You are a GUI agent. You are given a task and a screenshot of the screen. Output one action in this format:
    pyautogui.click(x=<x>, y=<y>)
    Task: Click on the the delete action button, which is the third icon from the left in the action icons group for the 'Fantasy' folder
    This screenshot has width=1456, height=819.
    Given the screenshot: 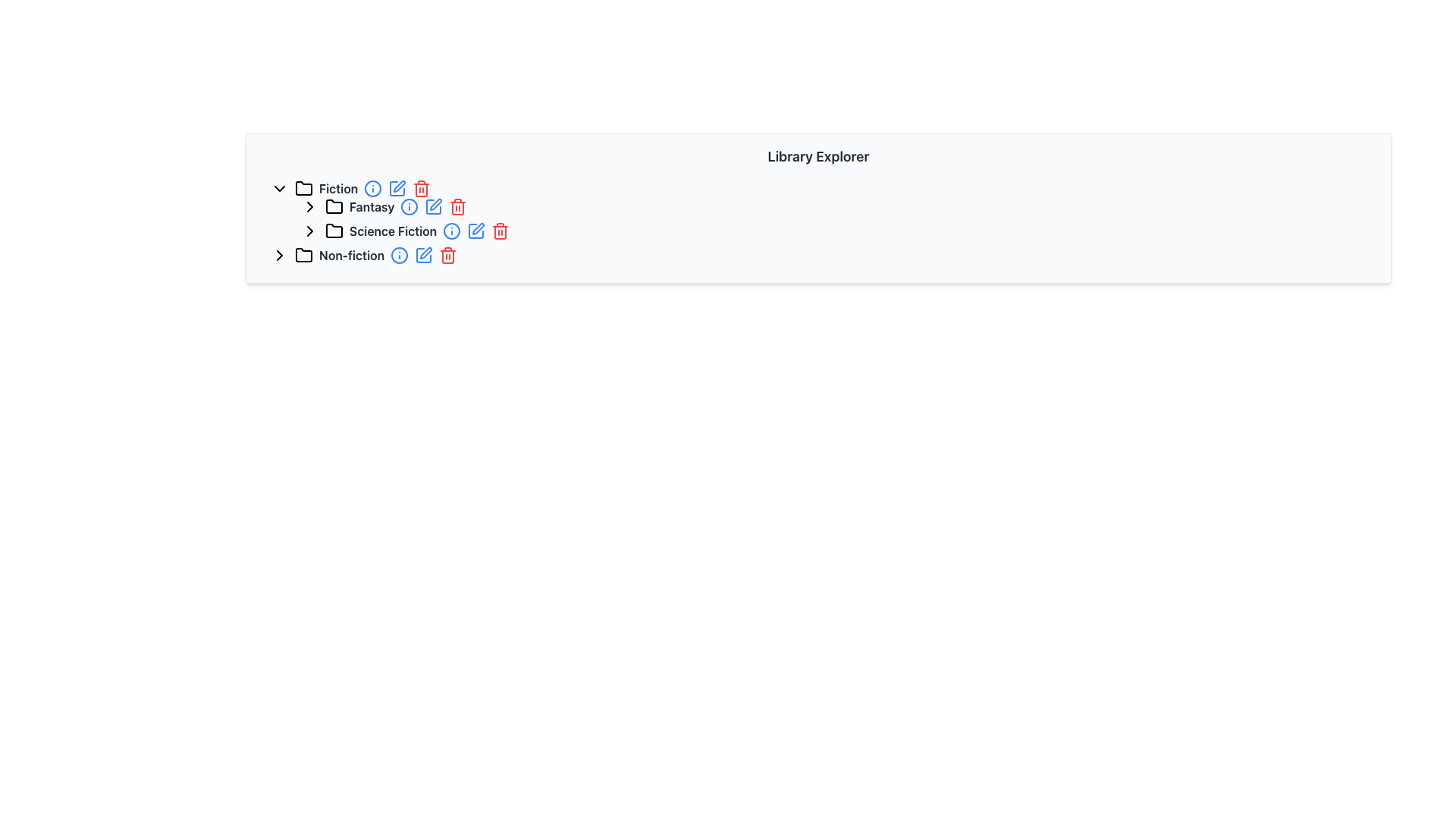 What is the action you would take?
    pyautogui.click(x=457, y=207)
    